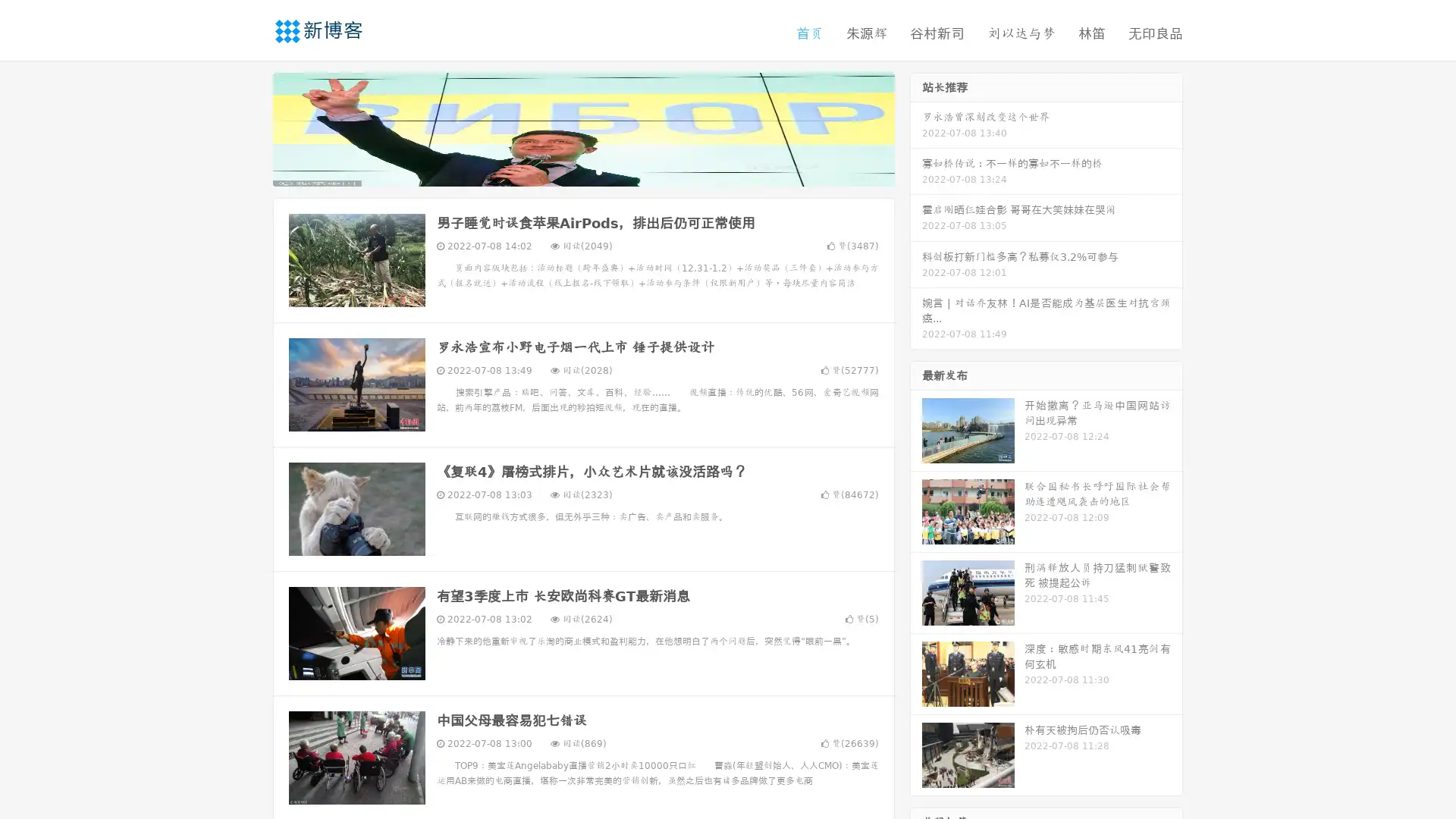 The height and width of the screenshot is (819, 1456). I want to click on Next slide, so click(916, 127).